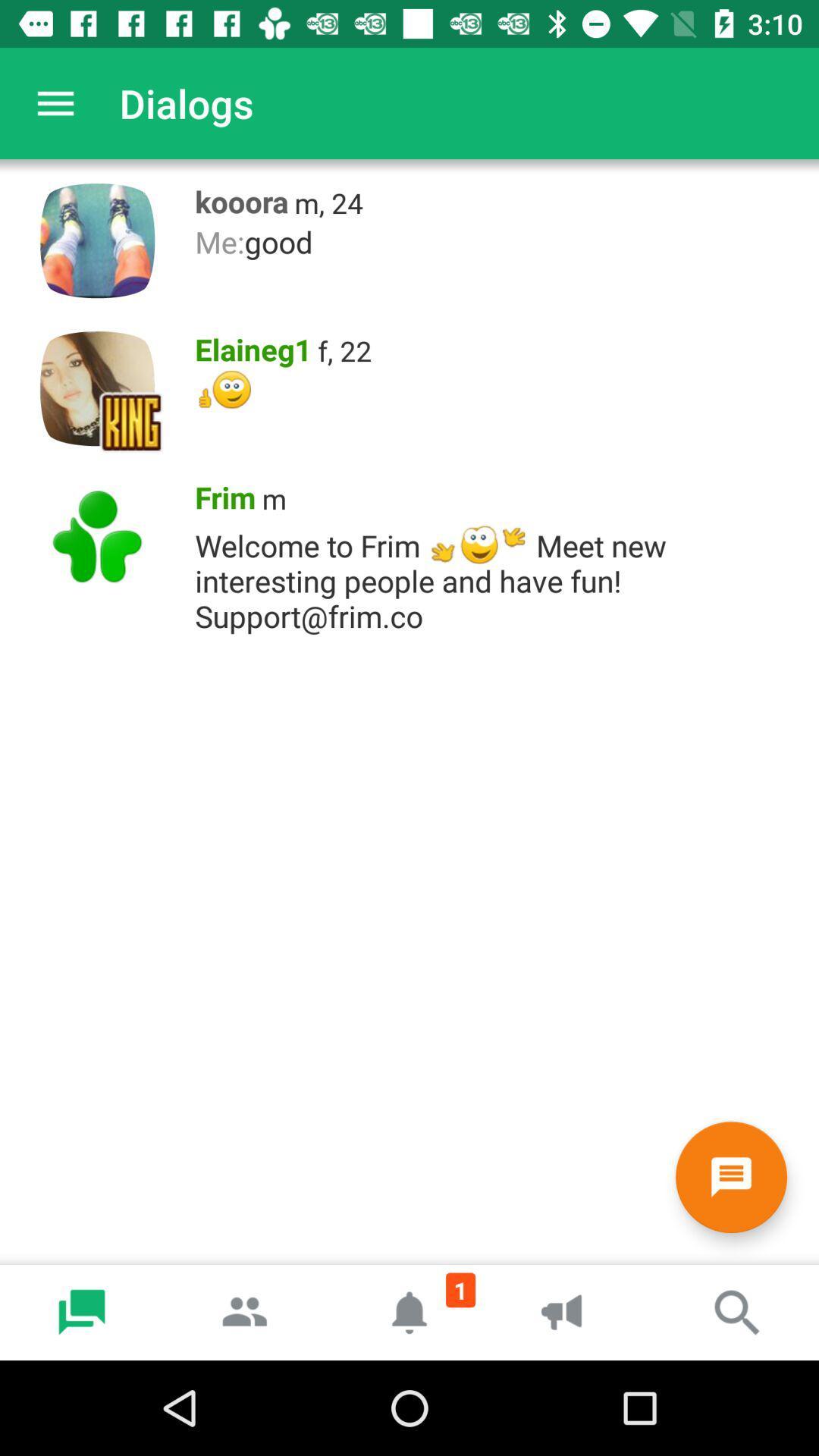  I want to click on the kooora icon, so click(237, 197).